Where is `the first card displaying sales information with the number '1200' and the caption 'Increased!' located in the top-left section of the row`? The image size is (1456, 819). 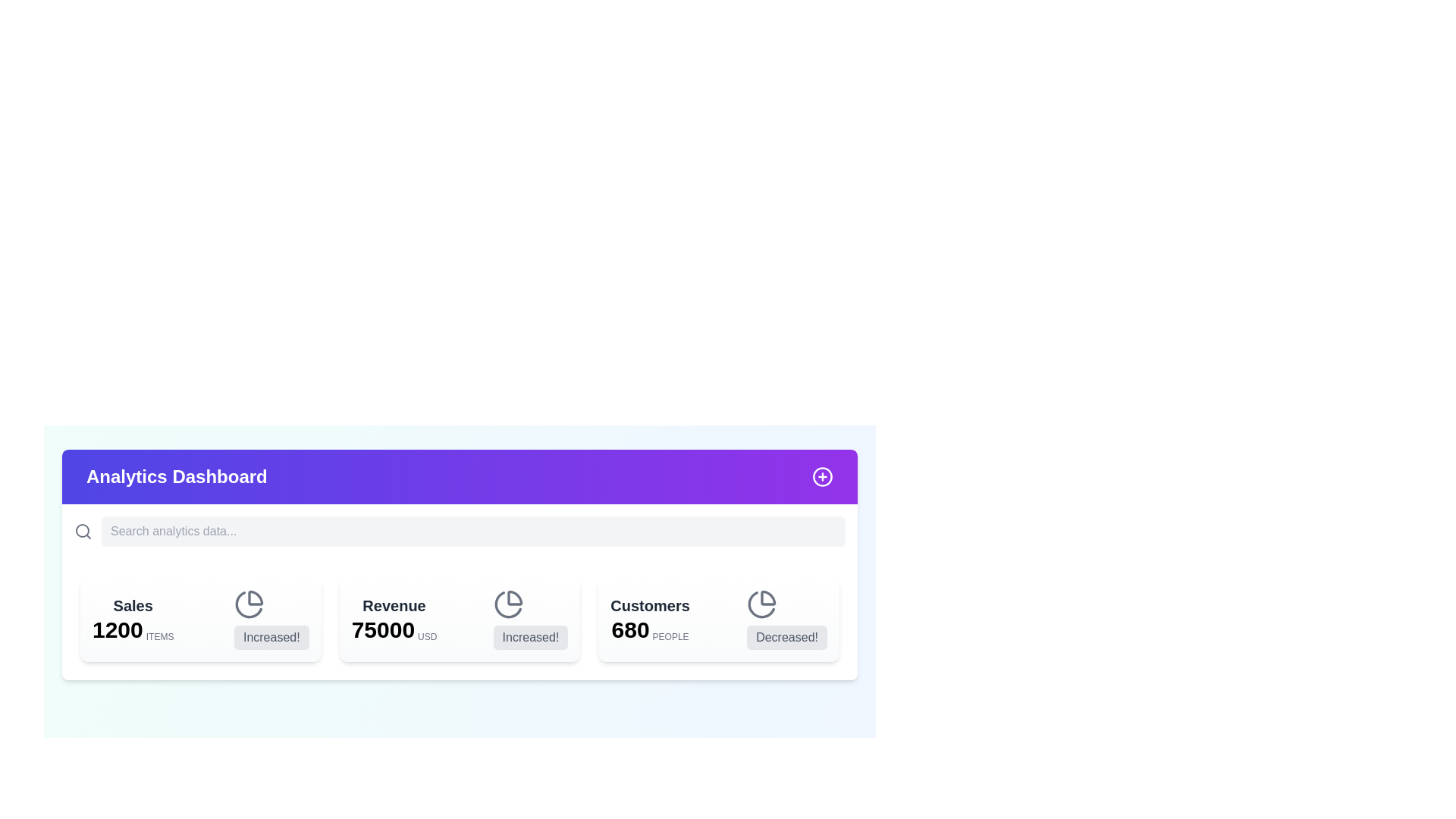 the first card displaying sales information with the number '1200' and the caption 'Increased!' located in the top-left section of the row is located at coordinates (199, 620).